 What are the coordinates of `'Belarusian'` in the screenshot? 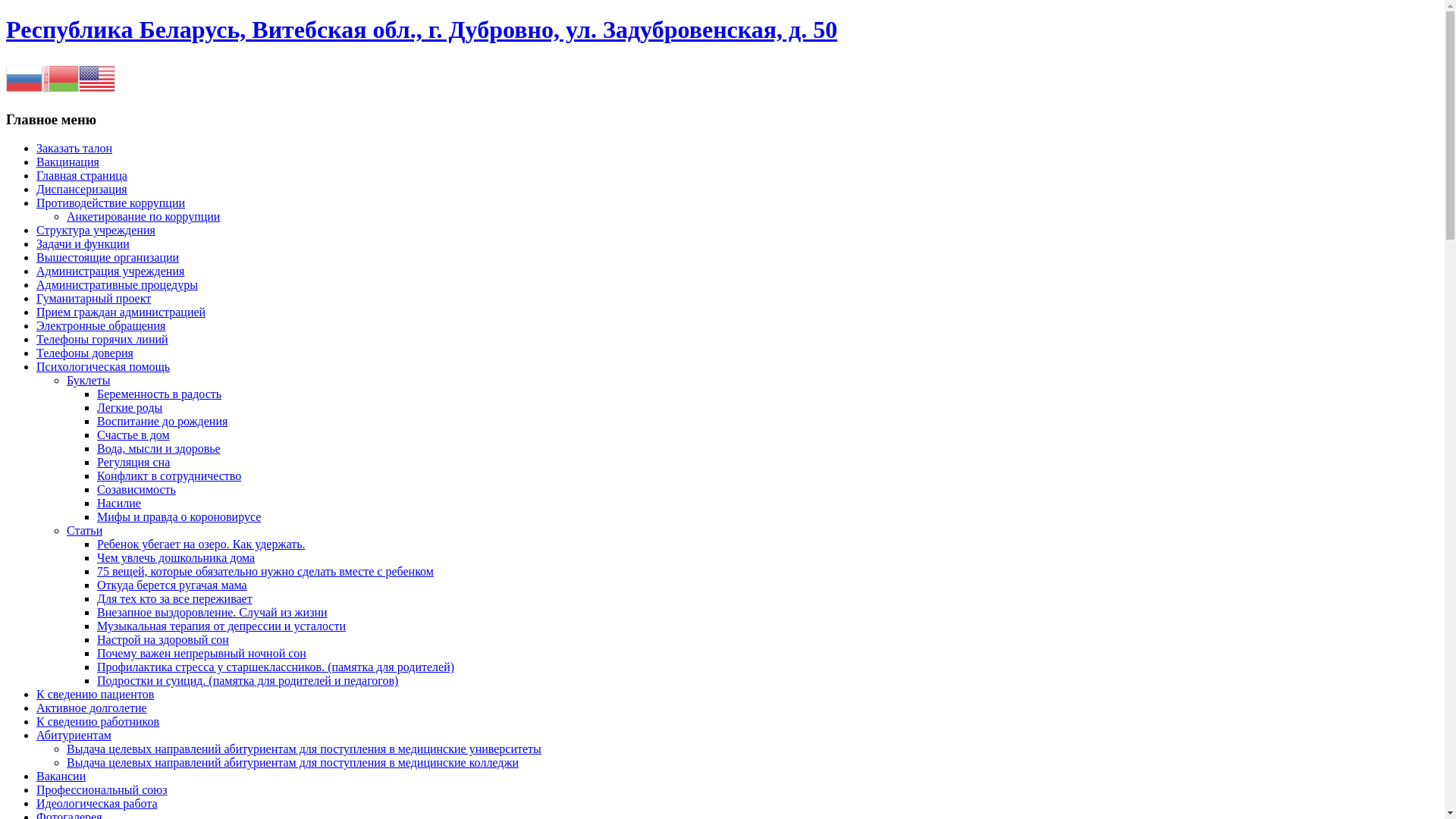 It's located at (61, 77).